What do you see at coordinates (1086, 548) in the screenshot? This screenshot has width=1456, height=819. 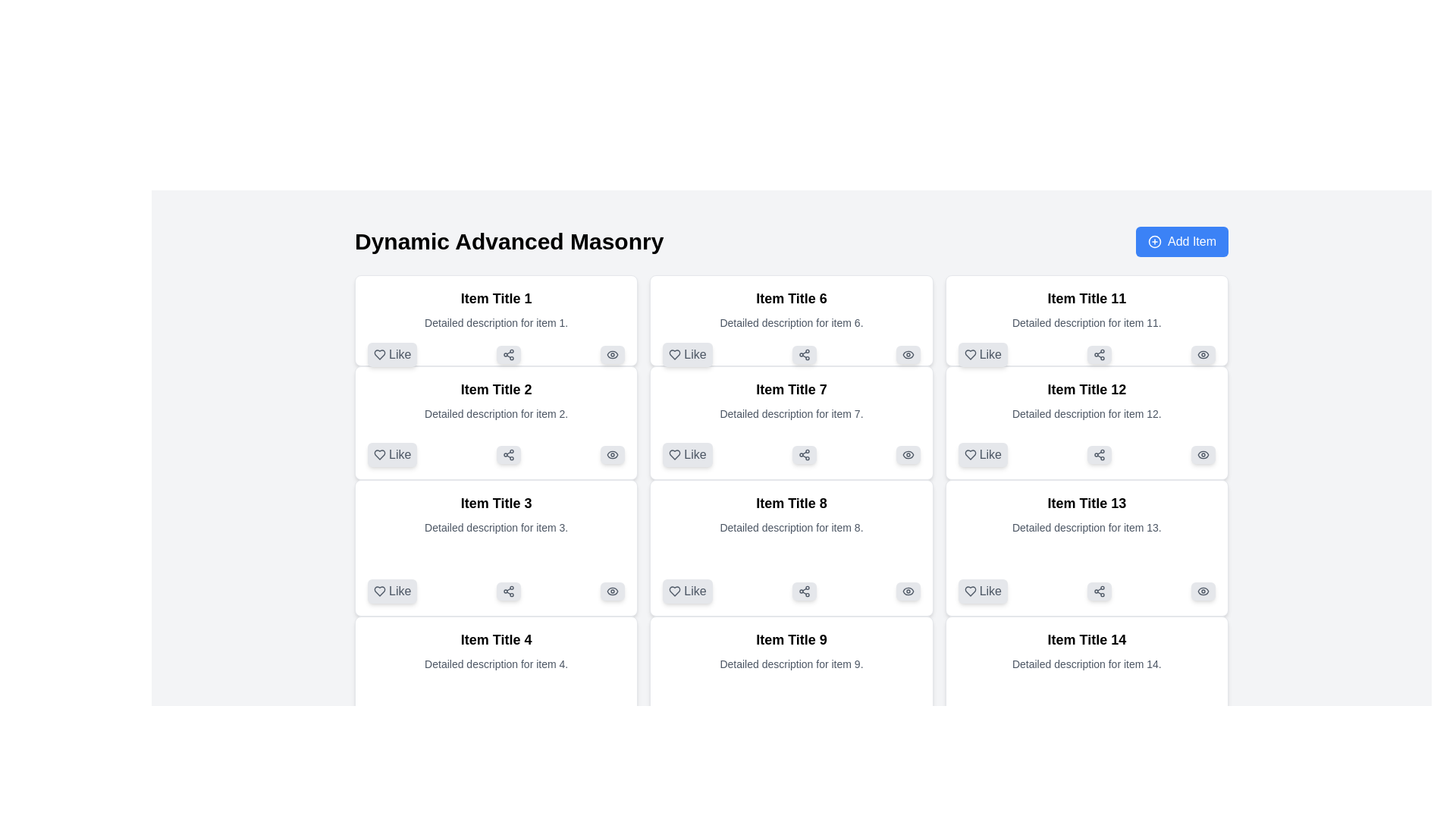 I see `the 'Share' button on the interactive card titled 'Item Title 13', which is located in the third column and fifth row of the grid layout` at bounding box center [1086, 548].